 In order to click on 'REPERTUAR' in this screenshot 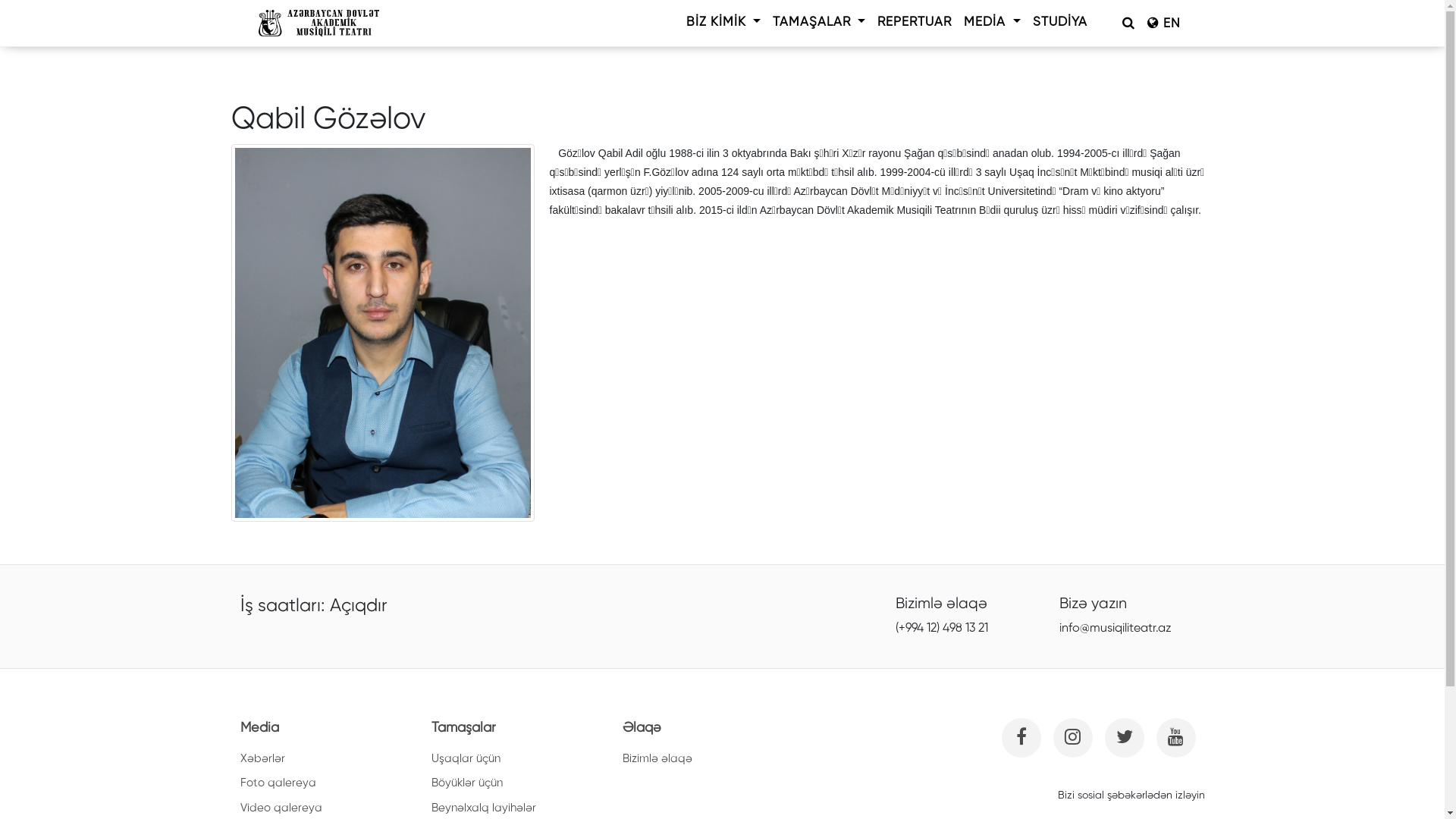, I will do `click(913, 22)`.